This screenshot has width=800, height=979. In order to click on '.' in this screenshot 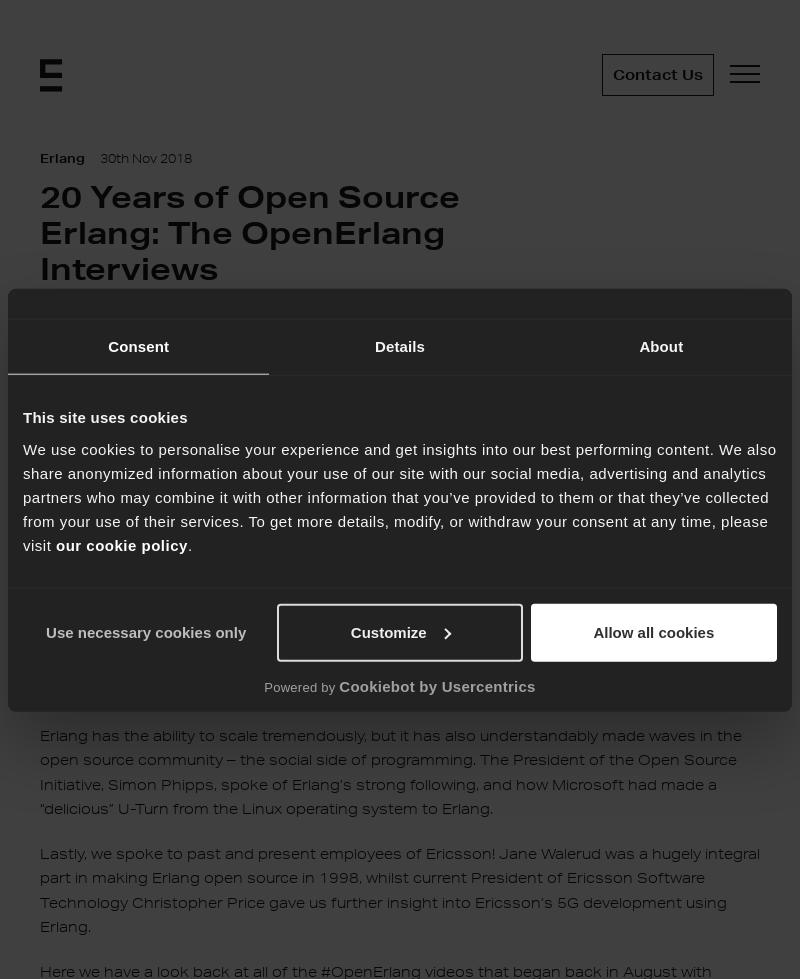, I will do `click(188, 543)`.